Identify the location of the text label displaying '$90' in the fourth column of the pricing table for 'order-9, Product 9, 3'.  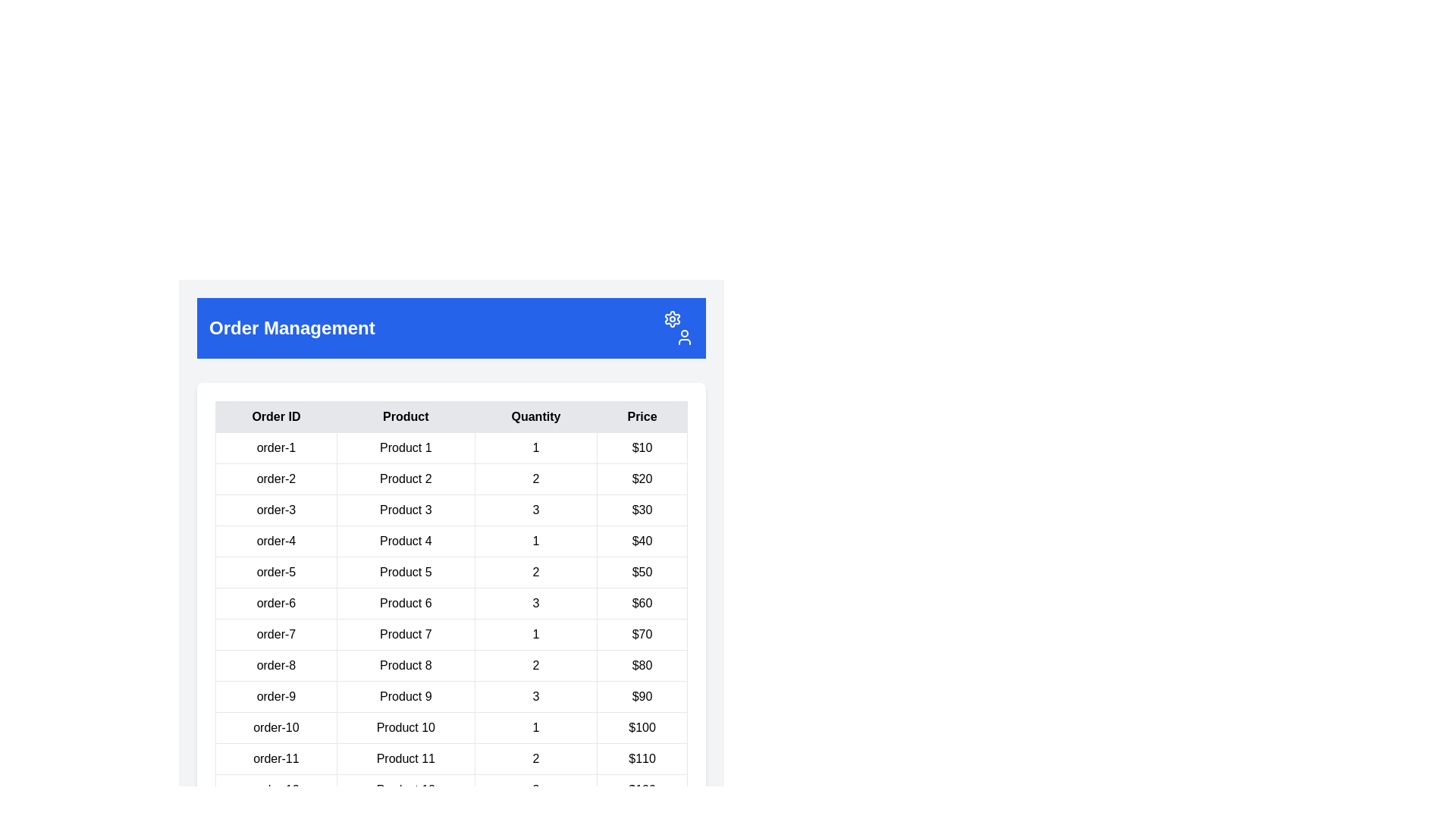
(642, 696).